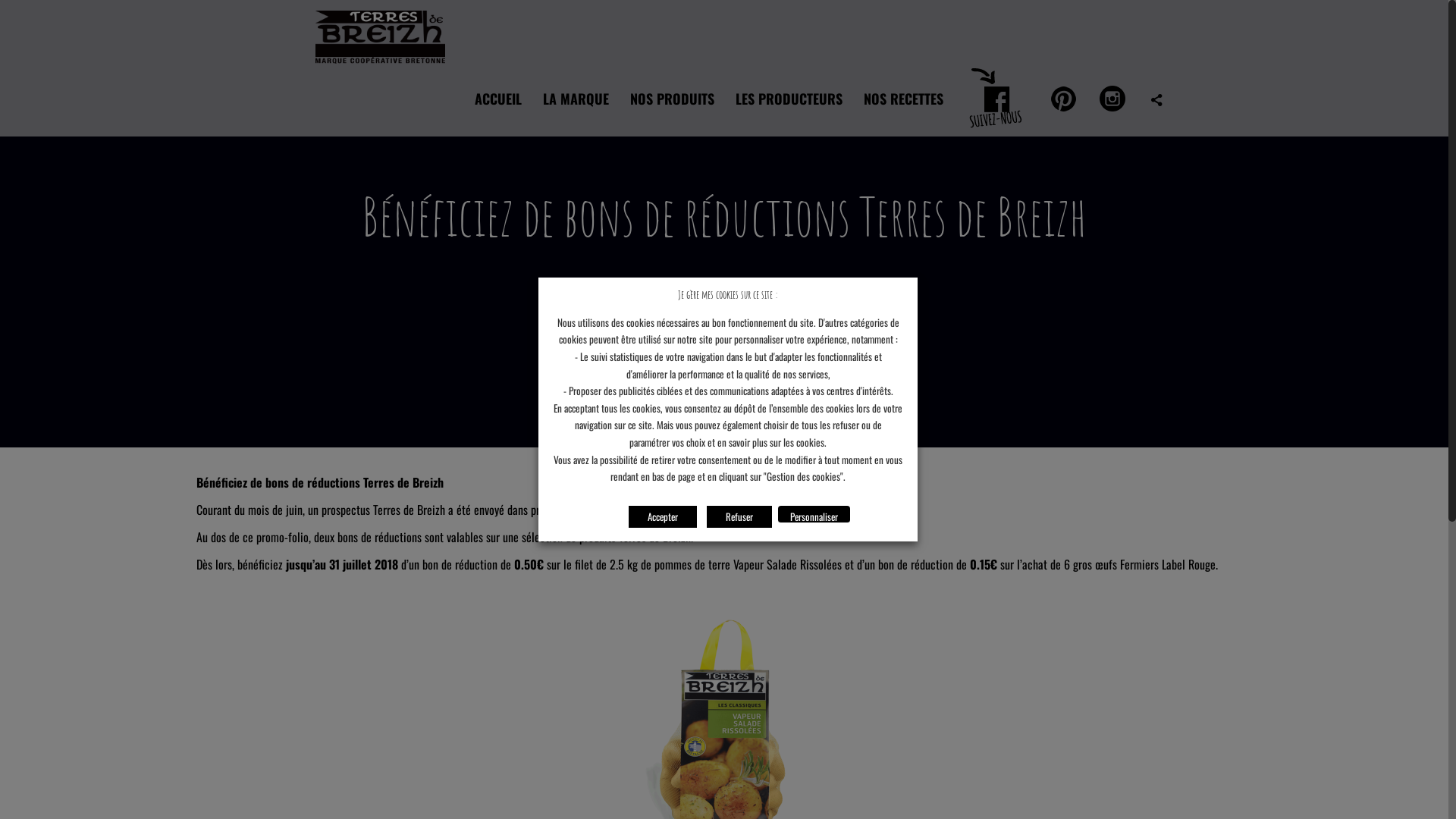  Describe the element at coordinates (575, 99) in the screenshot. I see `'LA MARQUE'` at that location.